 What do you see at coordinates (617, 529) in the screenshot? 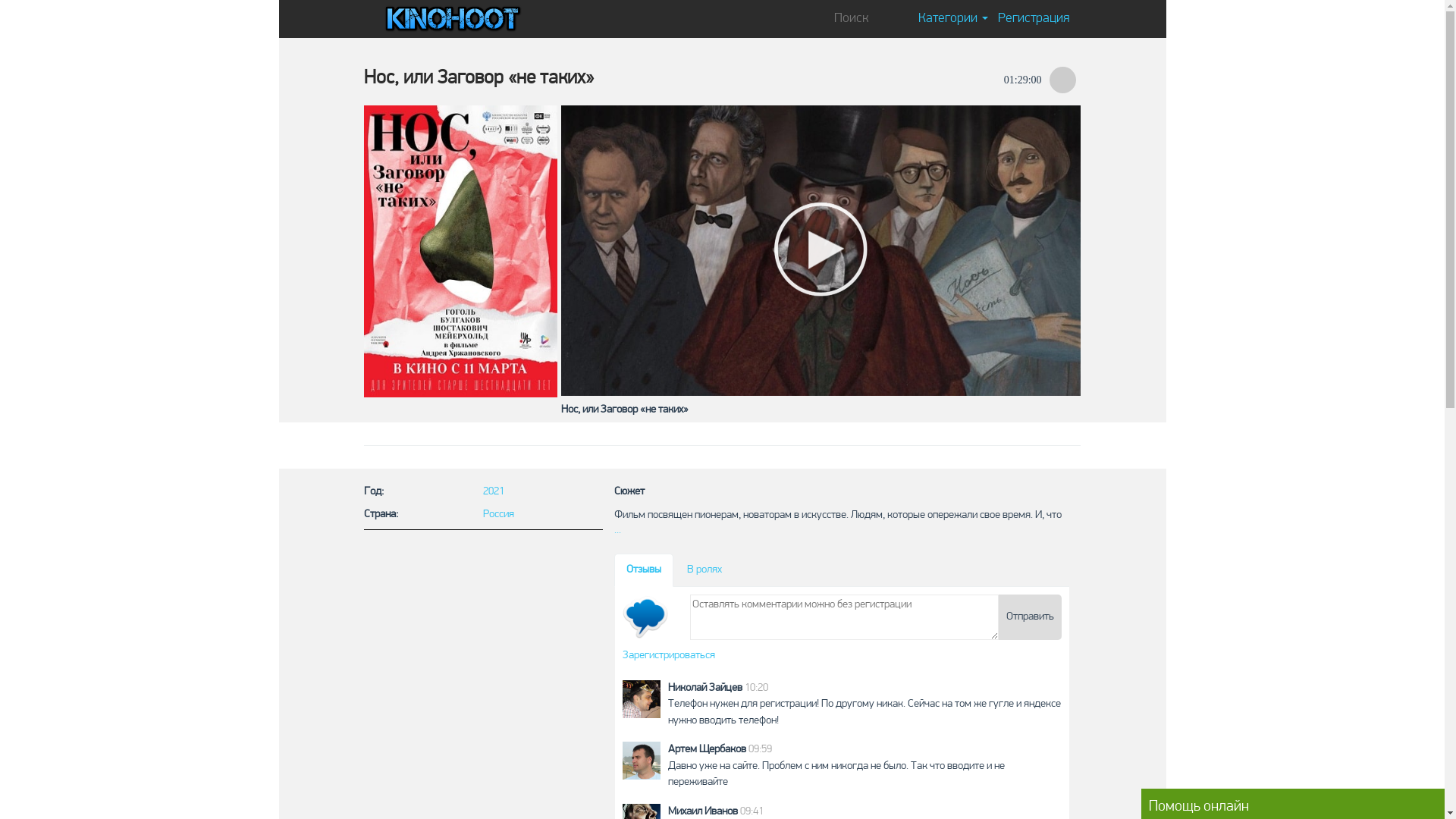
I see `'...'` at bounding box center [617, 529].